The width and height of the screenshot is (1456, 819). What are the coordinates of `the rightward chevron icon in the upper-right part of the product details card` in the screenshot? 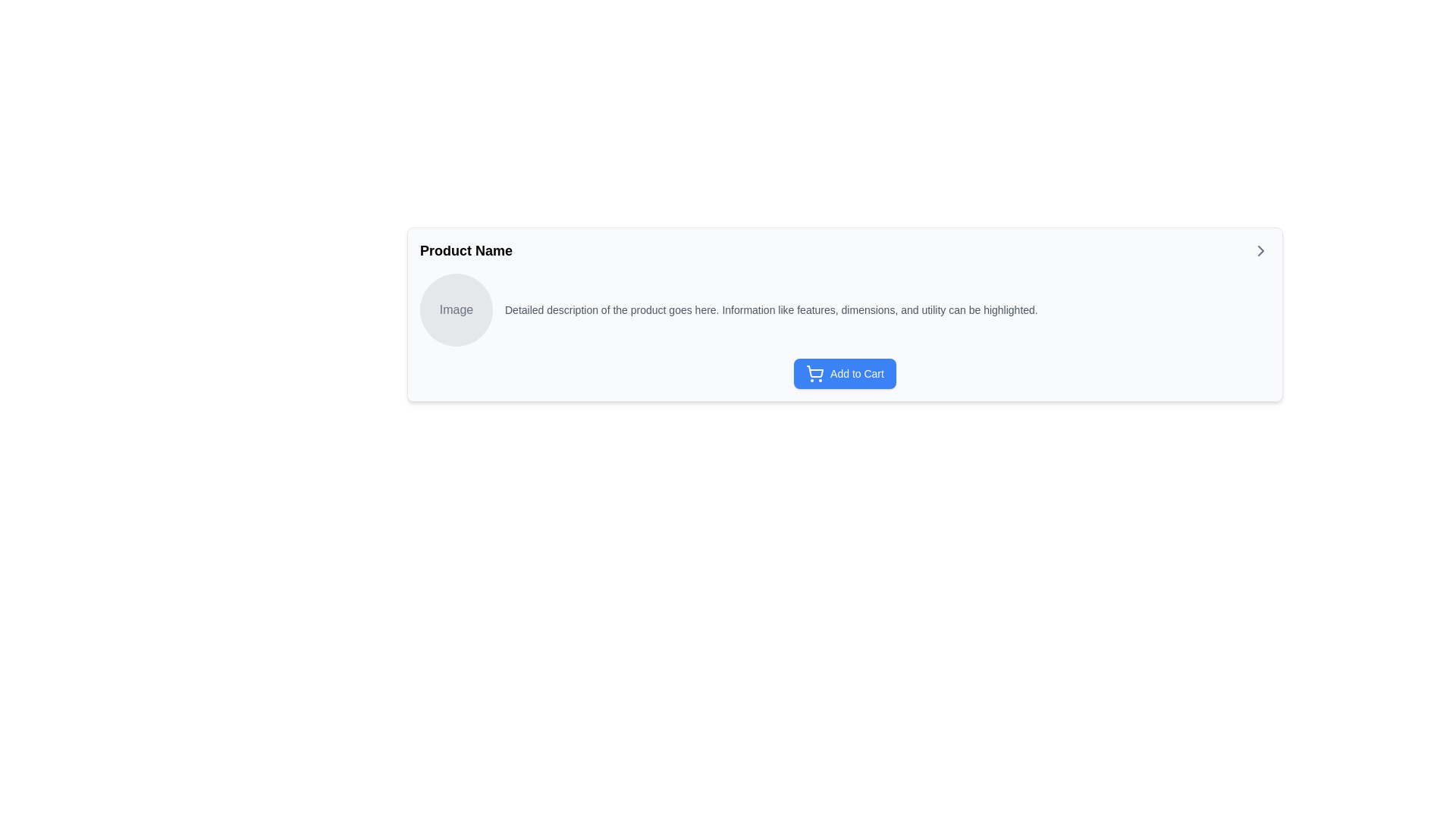 It's located at (1260, 250).